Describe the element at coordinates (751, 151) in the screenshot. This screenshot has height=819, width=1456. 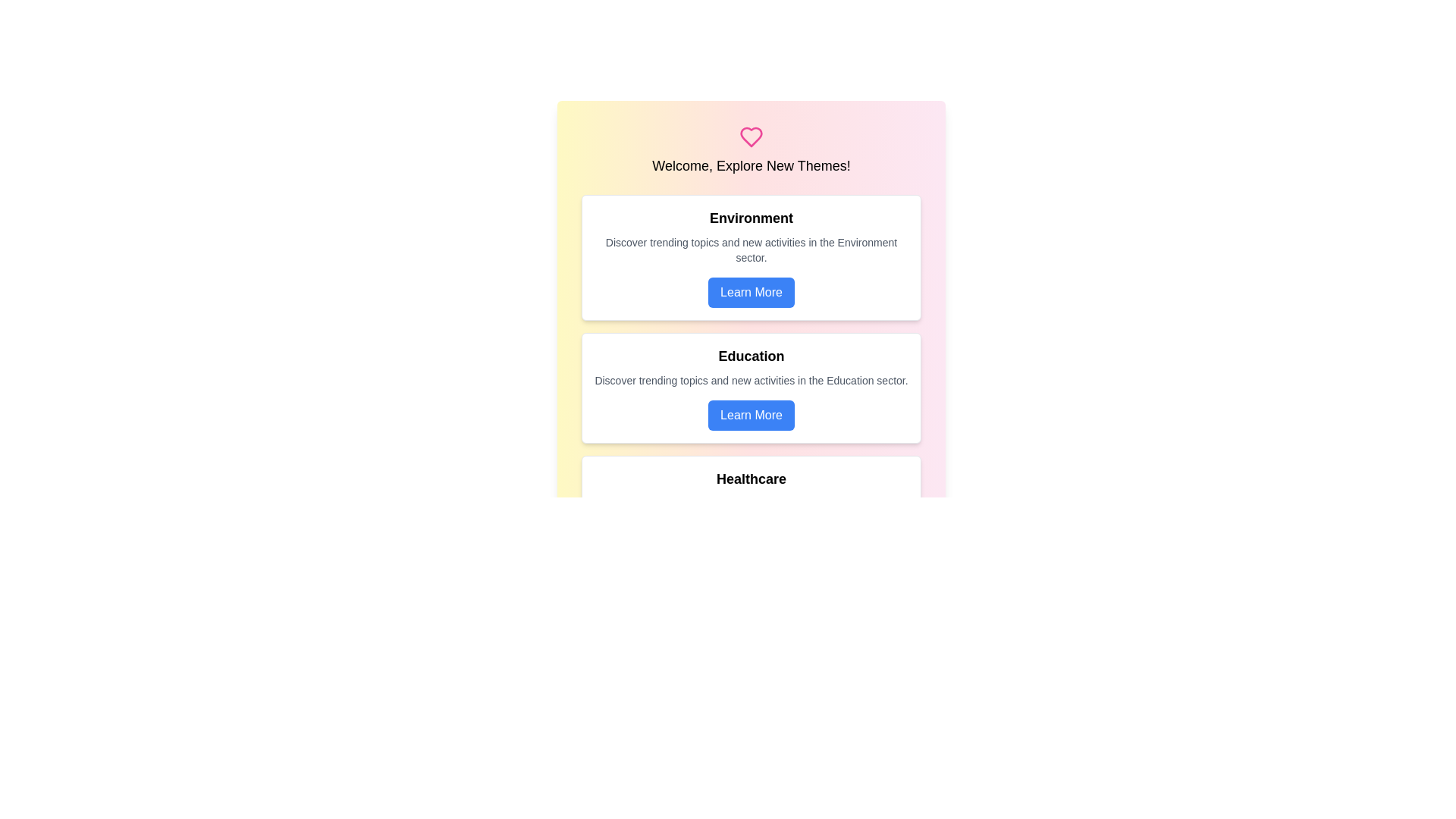
I see `the decorative heart icon in the welcoming header, which is the topmost centered component above the section summaries` at that location.